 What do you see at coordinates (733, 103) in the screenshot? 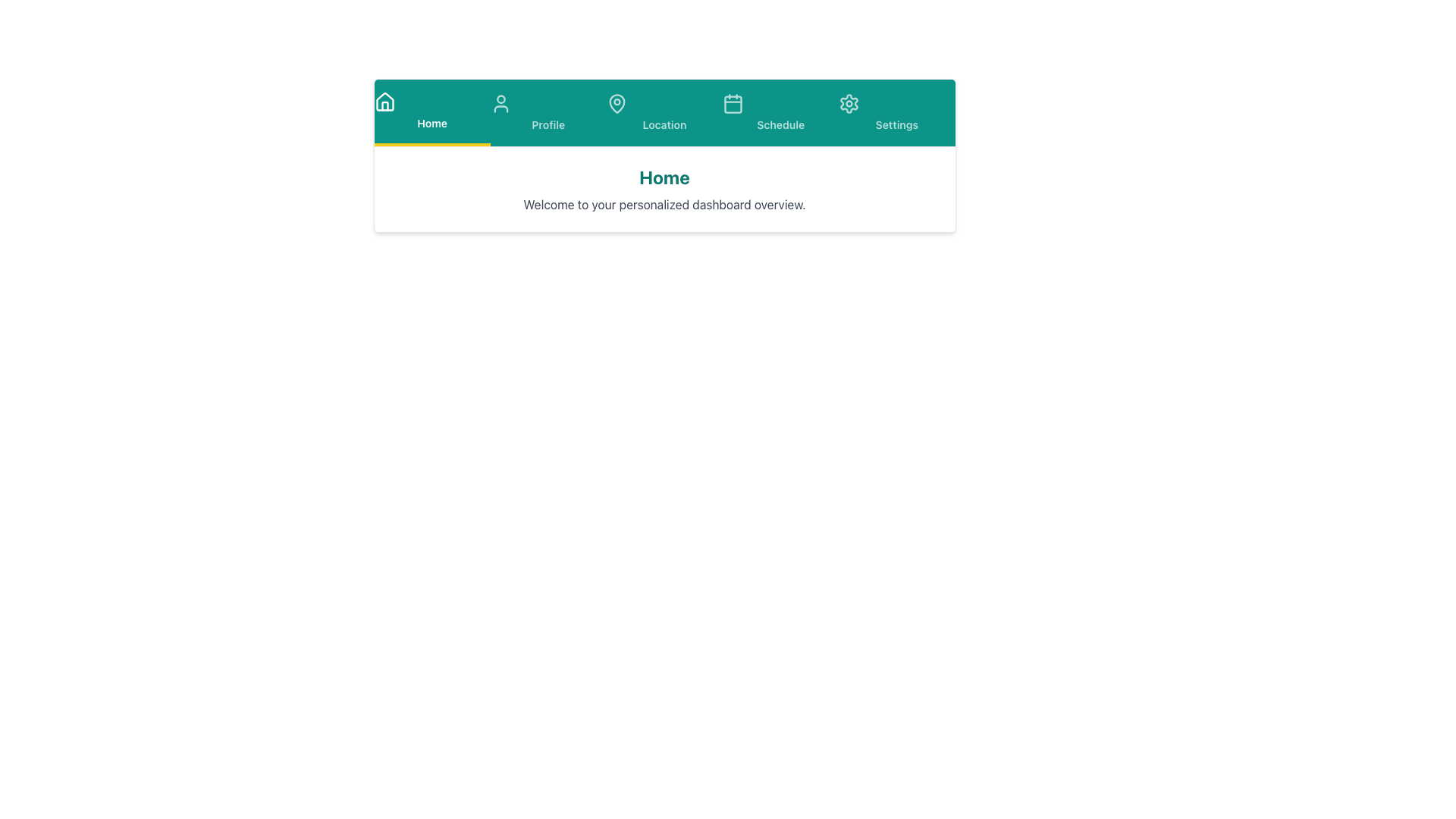
I see `the calendar icon in the navigation bar` at bounding box center [733, 103].